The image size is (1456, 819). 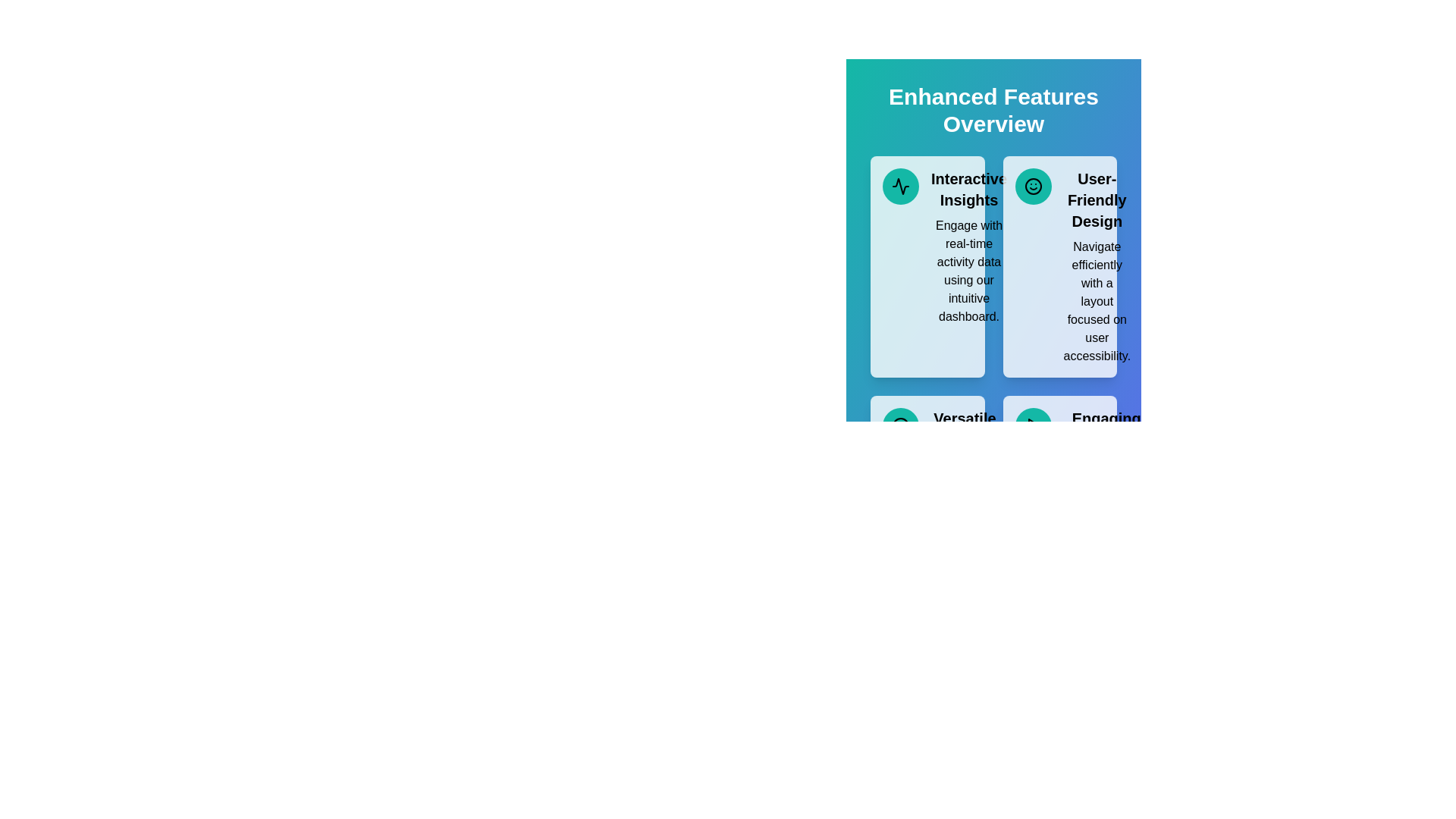 What do you see at coordinates (901, 426) in the screenshot?
I see `the SVG Circle Element, which is a circular shape with a distinct stroke, positioned in the lower region of a card-like UI component in a 24x24 scalable vector graphic icon` at bounding box center [901, 426].